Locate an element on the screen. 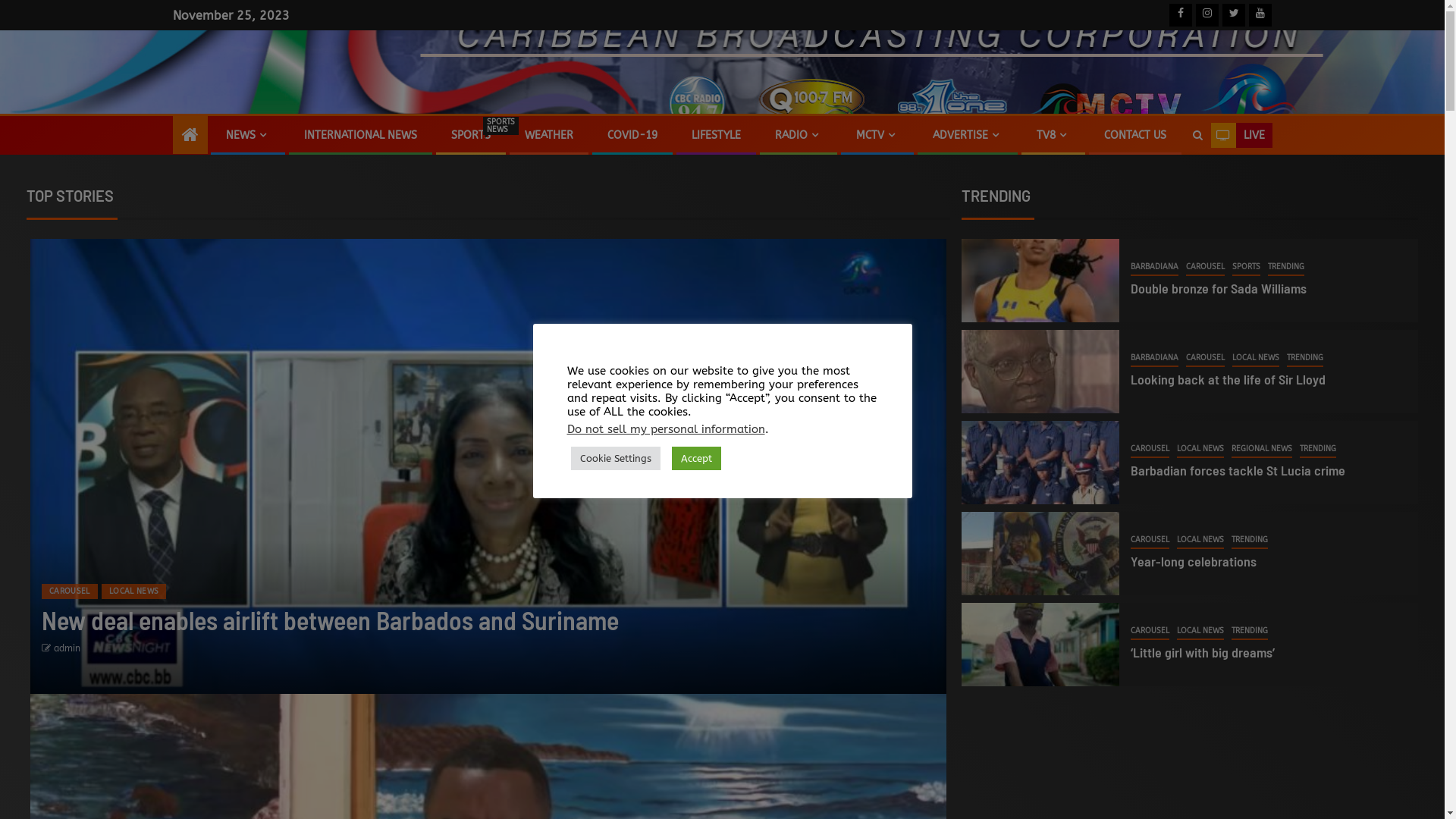 Image resolution: width=1456 pixels, height=819 pixels. 'CAROUSEL' is located at coordinates (68, 590).